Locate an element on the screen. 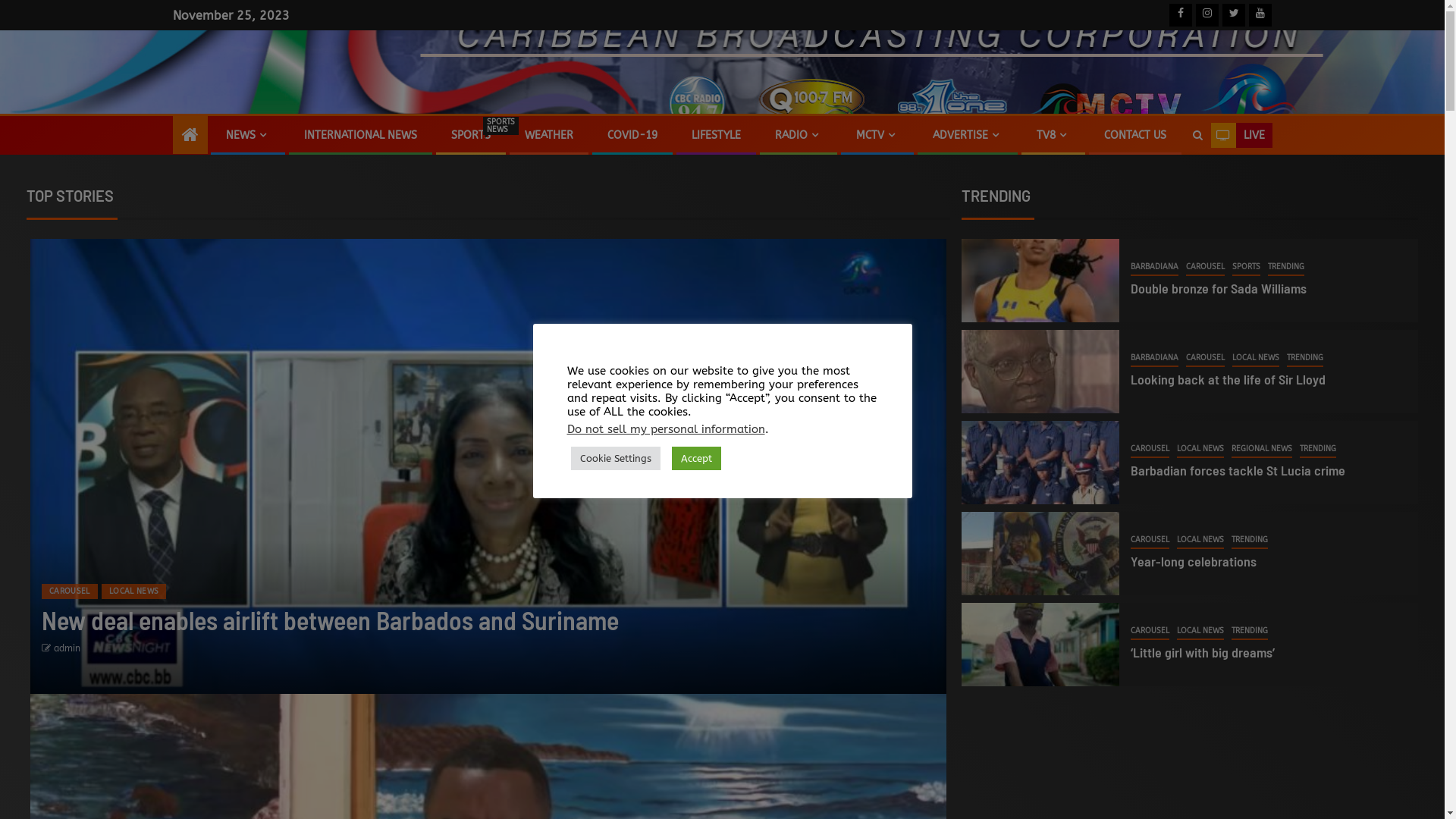 Image resolution: width=1456 pixels, height=819 pixels. 'CAROUSEL' is located at coordinates (68, 590).